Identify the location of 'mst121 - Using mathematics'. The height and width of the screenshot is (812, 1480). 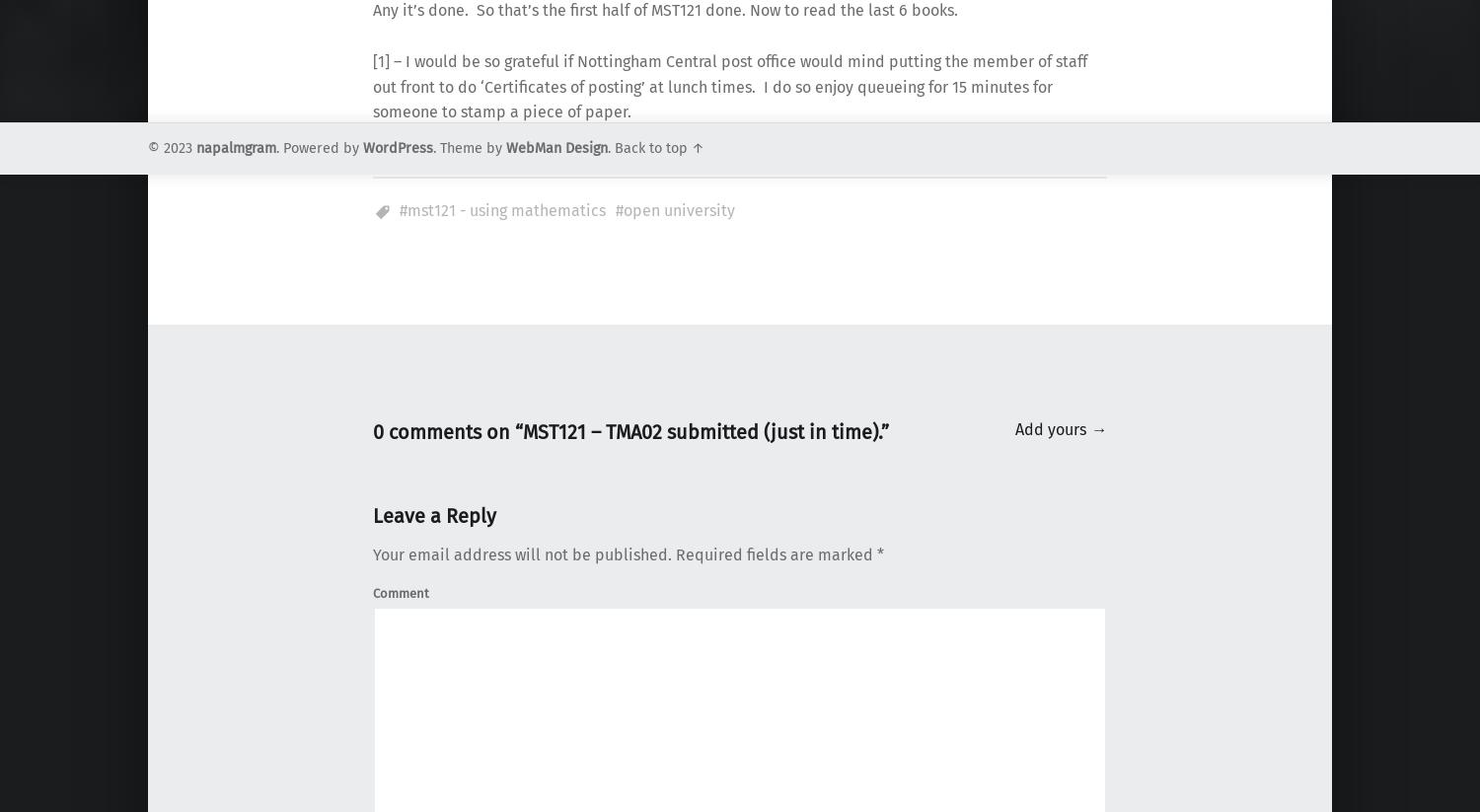
(506, 210).